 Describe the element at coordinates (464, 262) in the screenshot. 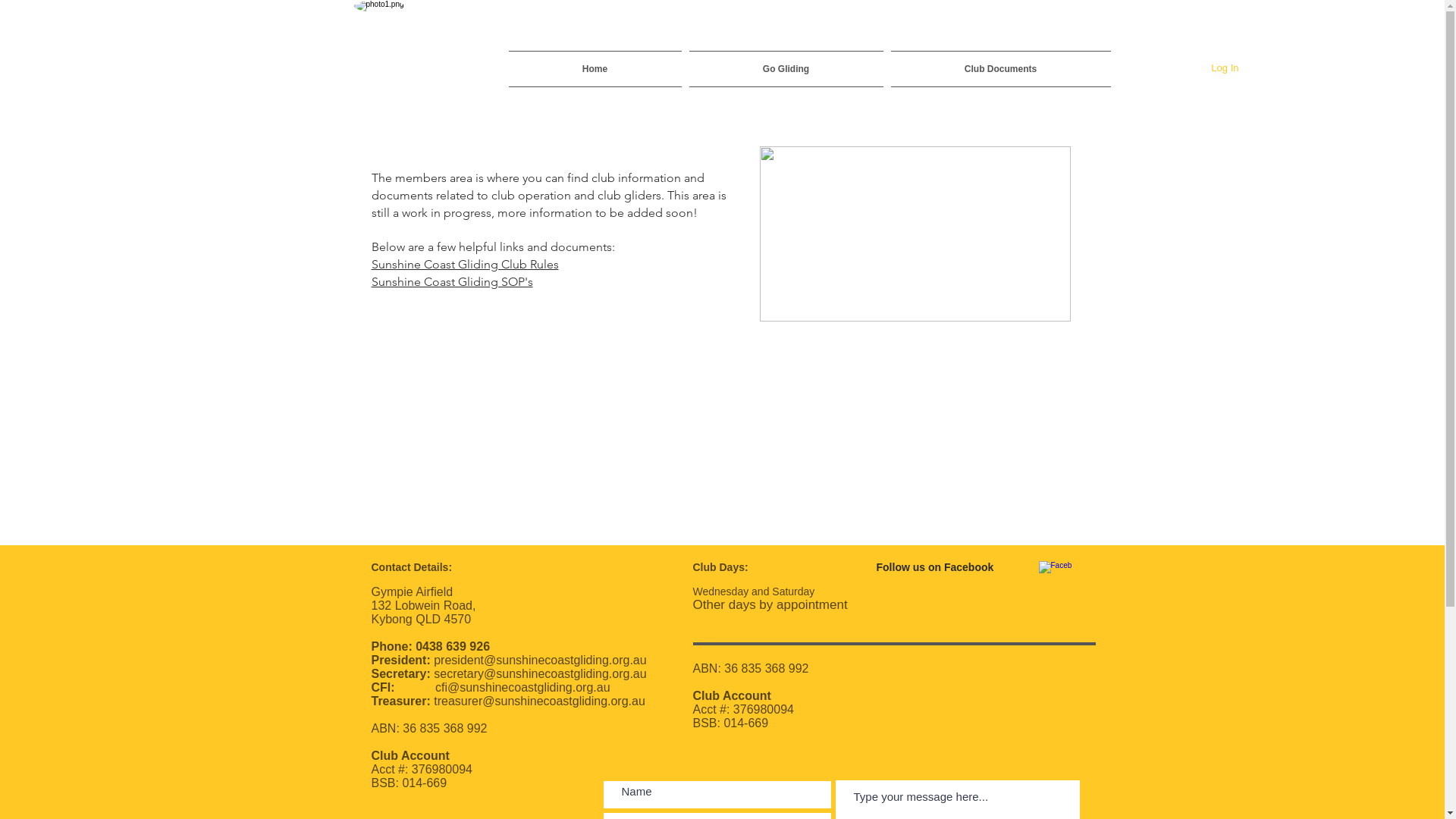

I see `'Sunshine Coast Gliding Club Rules'` at that location.